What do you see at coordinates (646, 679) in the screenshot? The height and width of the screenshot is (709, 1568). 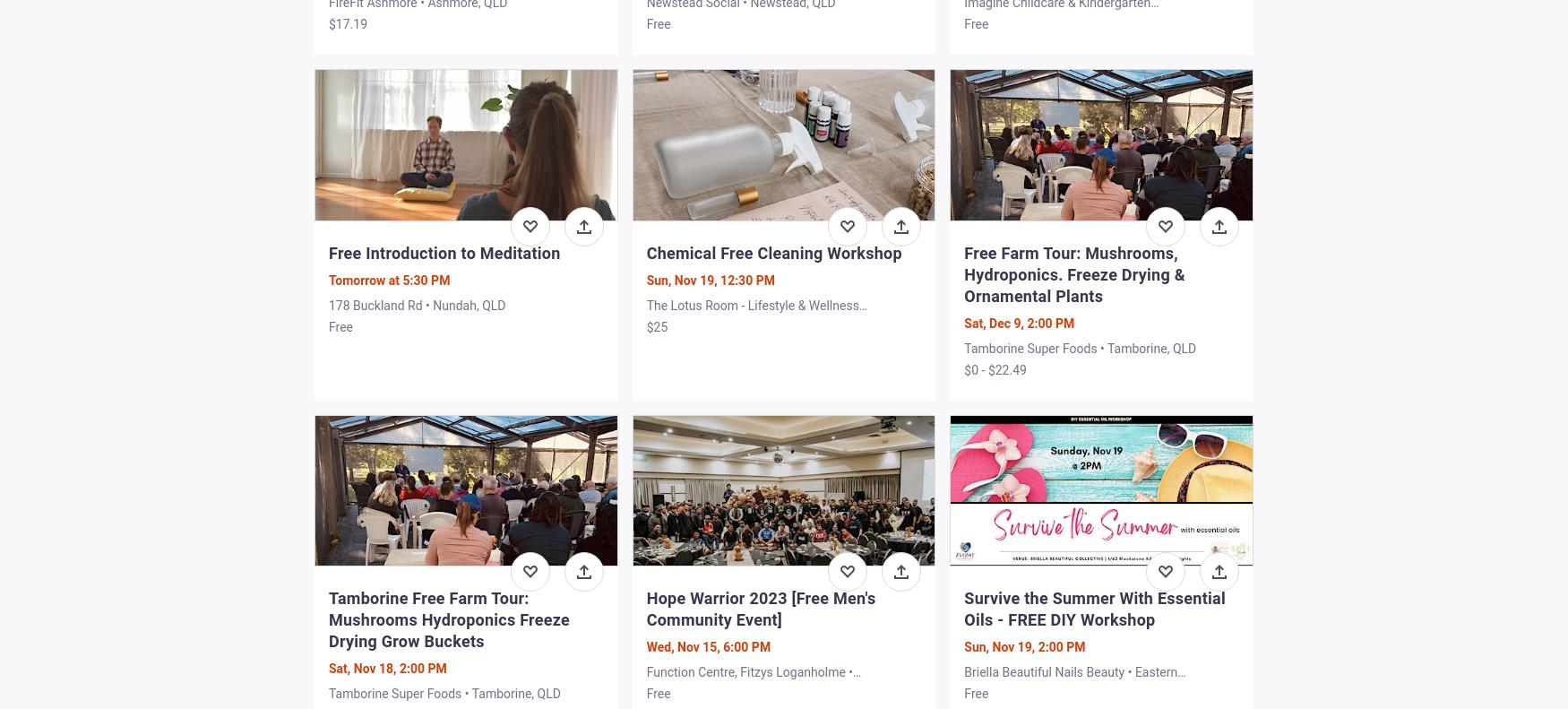 I see `'Function Centre, Fitzys Loganholme • Loganholme, QLD'` at bounding box center [646, 679].